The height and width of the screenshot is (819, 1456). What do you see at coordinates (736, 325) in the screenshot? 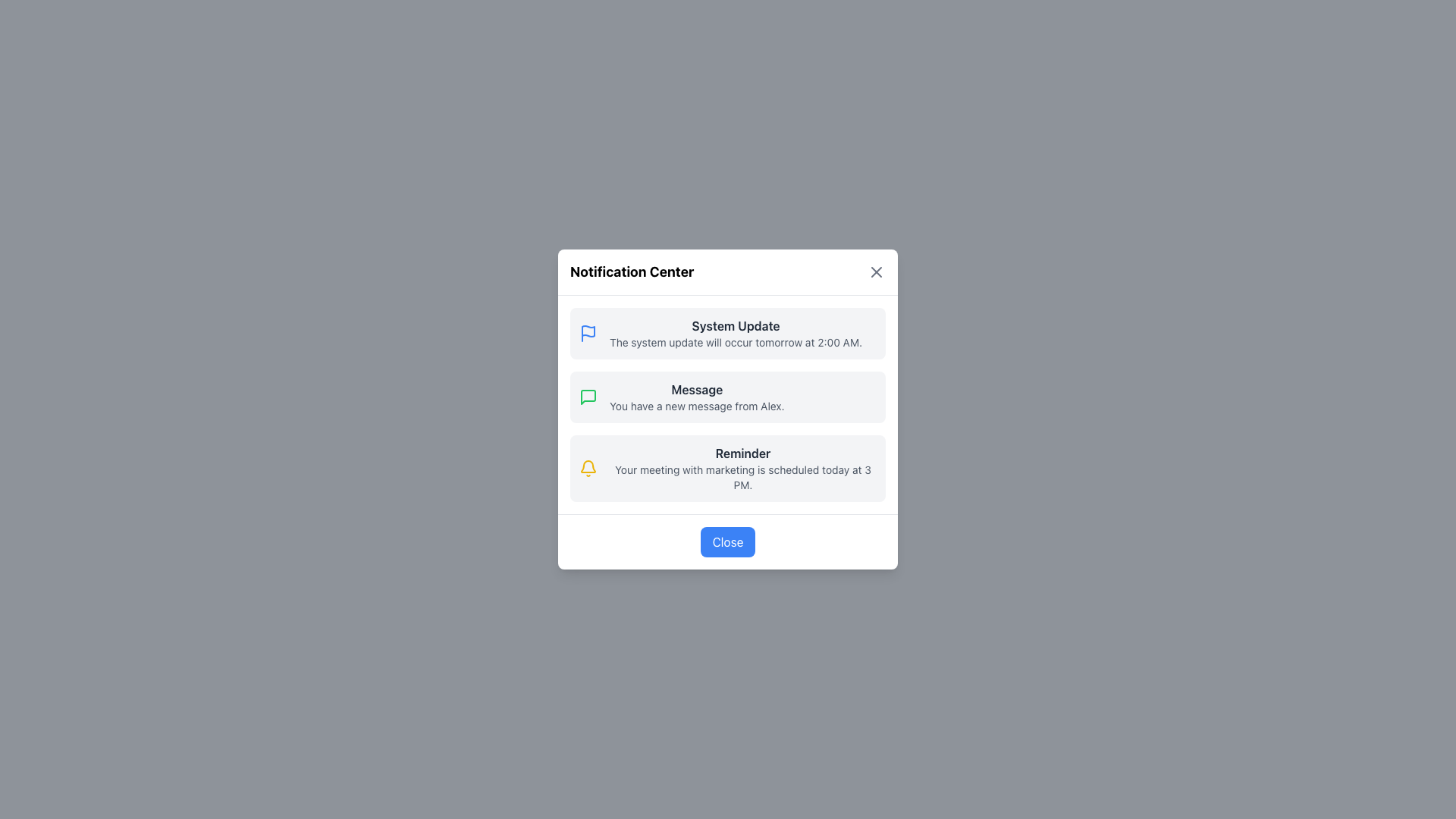
I see `the title Text label in the Notification Center that indicates a system update scheduled for the next day, positioned above the descriptive text and aligned with the blue flag icon` at bounding box center [736, 325].